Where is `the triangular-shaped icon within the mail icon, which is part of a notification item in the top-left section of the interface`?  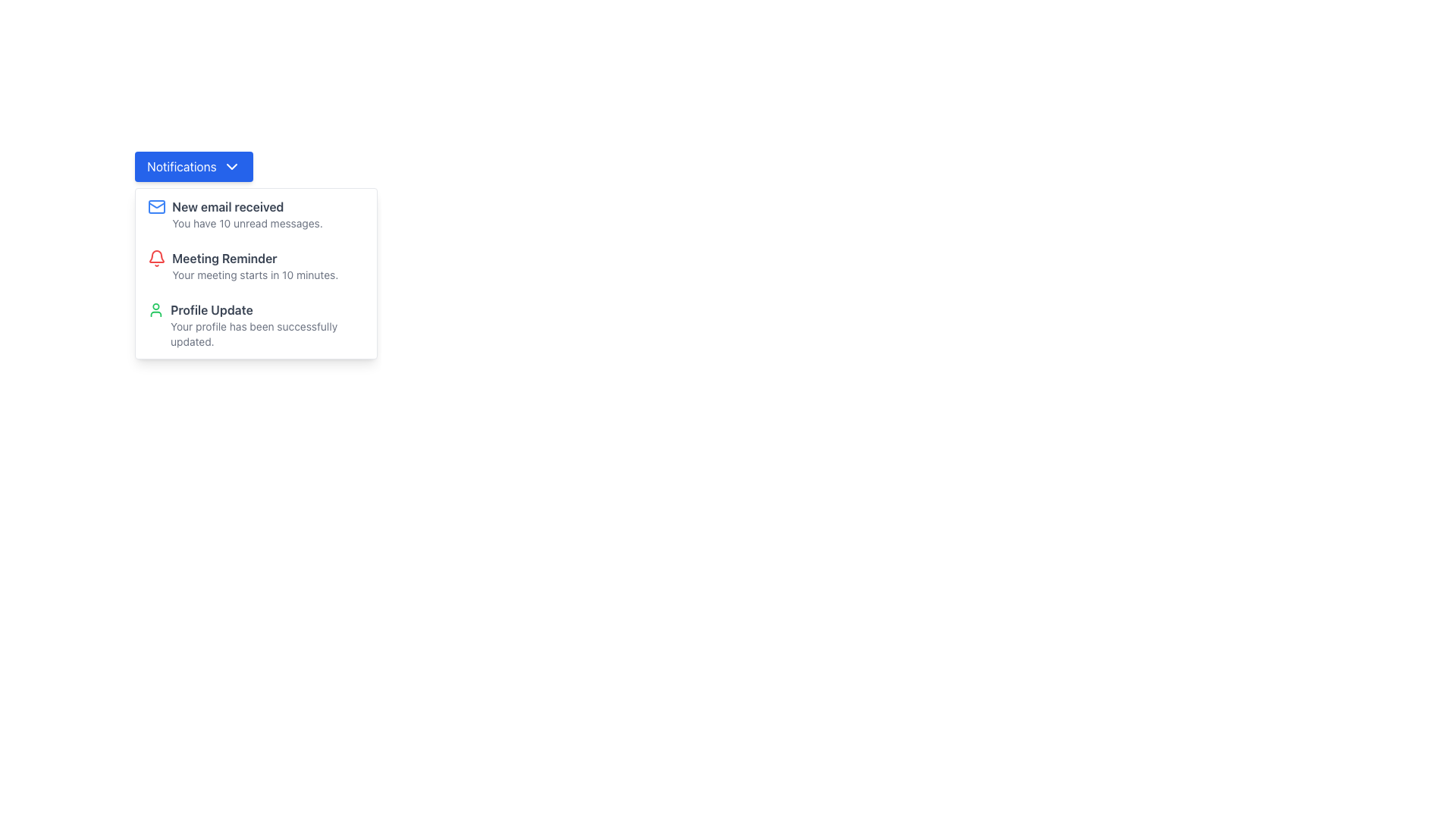
the triangular-shaped icon within the mail icon, which is part of a notification item in the top-left section of the interface is located at coordinates (157, 205).